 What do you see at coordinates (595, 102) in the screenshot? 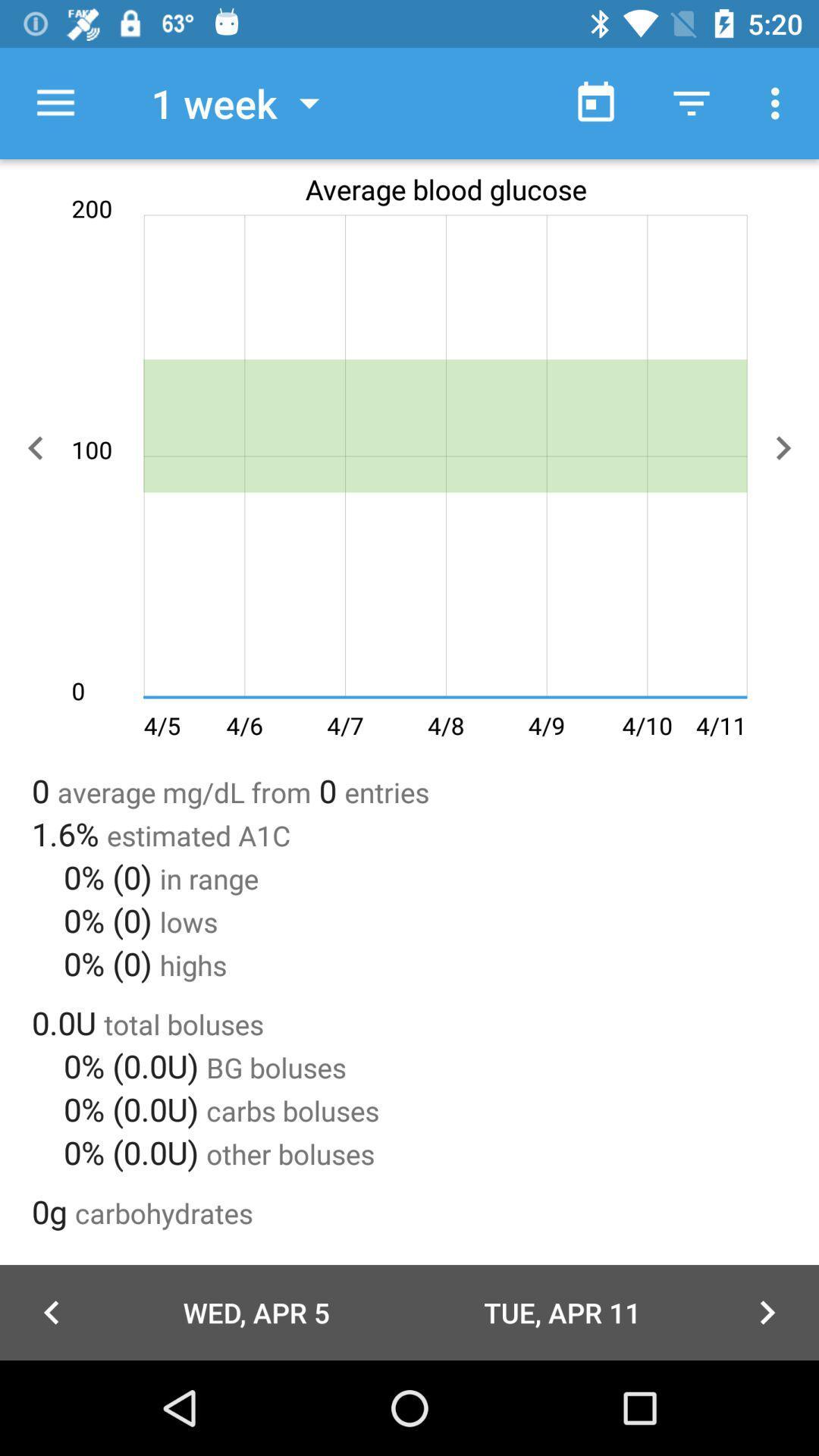
I see `the item next to 1 week item` at bounding box center [595, 102].